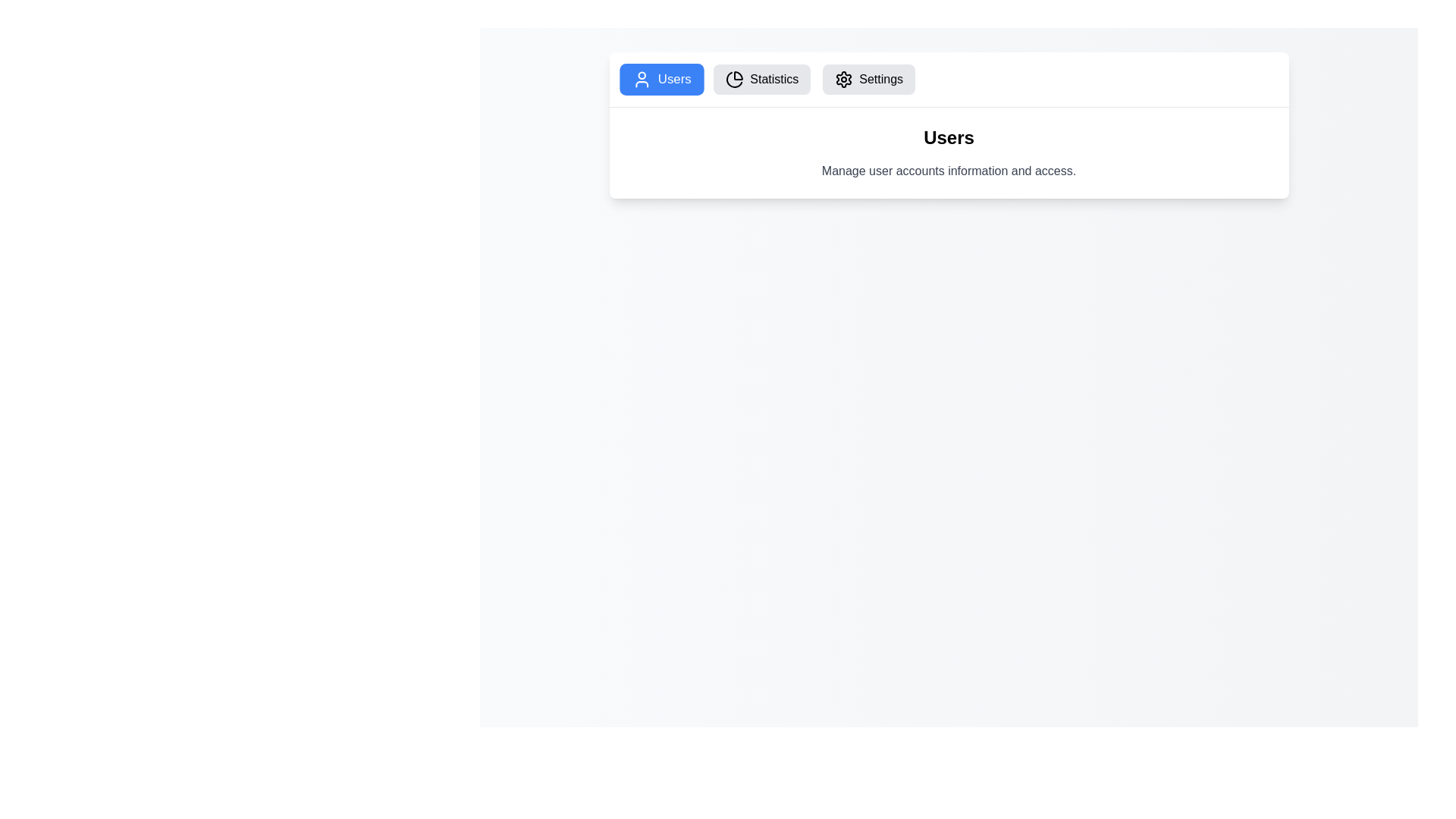 This screenshot has width=1456, height=819. Describe the element at coordinates (641, 79) in the screenshot. I see `the user icon located to the left of the text in the 'Users' button, which has a blue background and white text` at that location.